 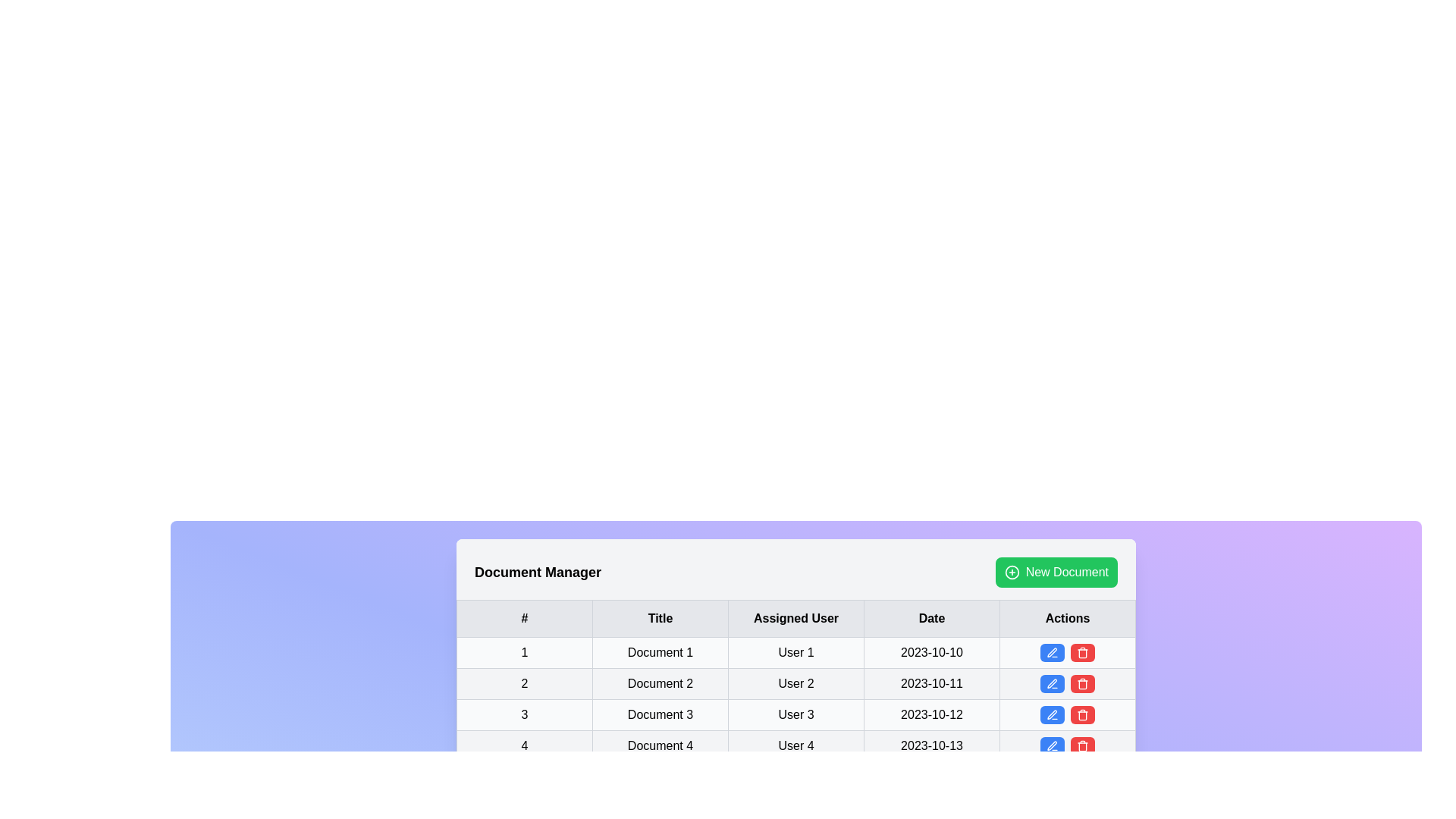 What do you see at coordinates (1051, 683) in the screenshot?
I see `the edit icon, which resembles a pen or pencil, located within the blue button in the 'Actions' column of the second row corresponding to 'Document 2'` at bounding box center [1051, 683].